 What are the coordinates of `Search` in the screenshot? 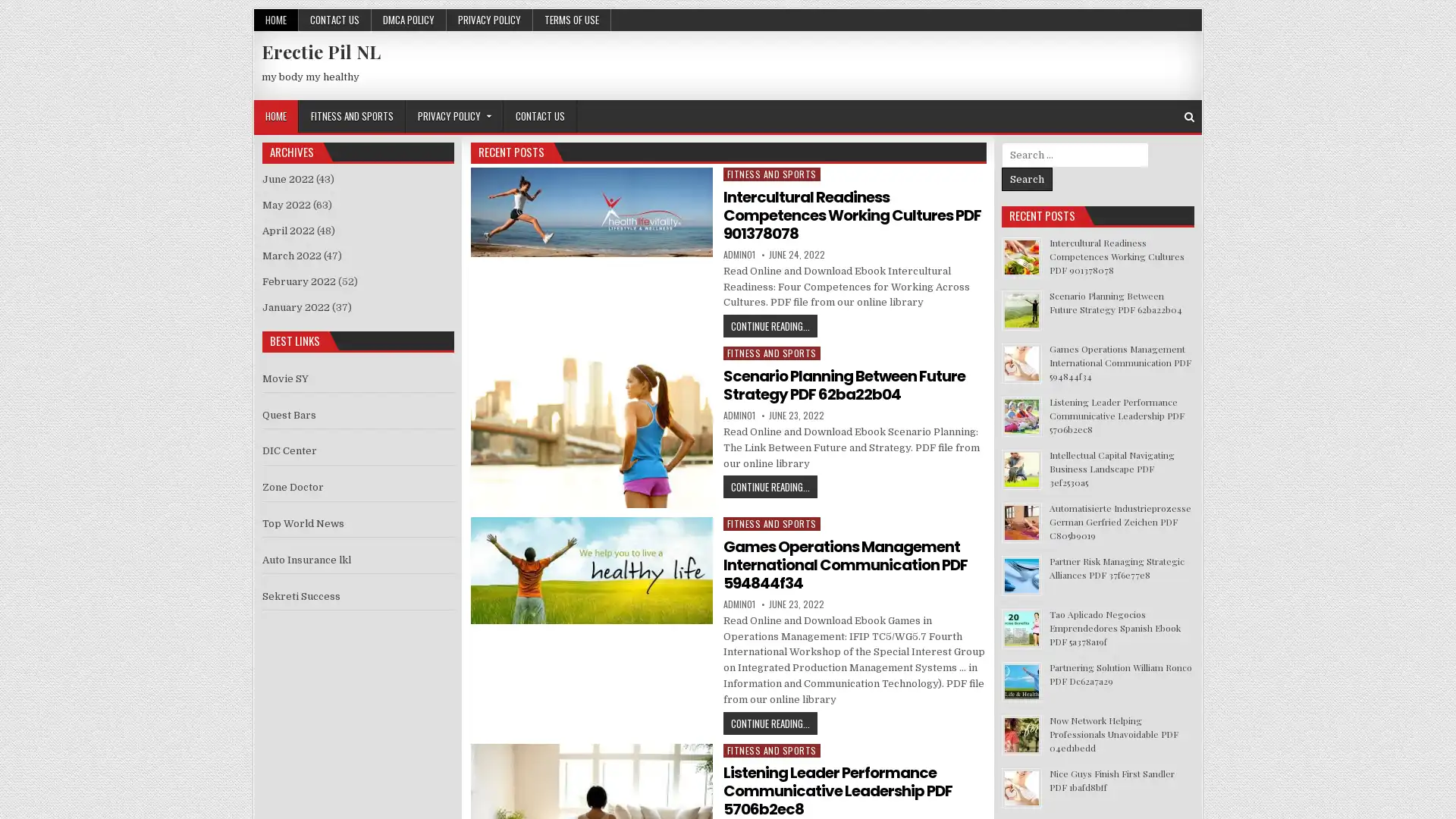 It's located at (1027, 178).